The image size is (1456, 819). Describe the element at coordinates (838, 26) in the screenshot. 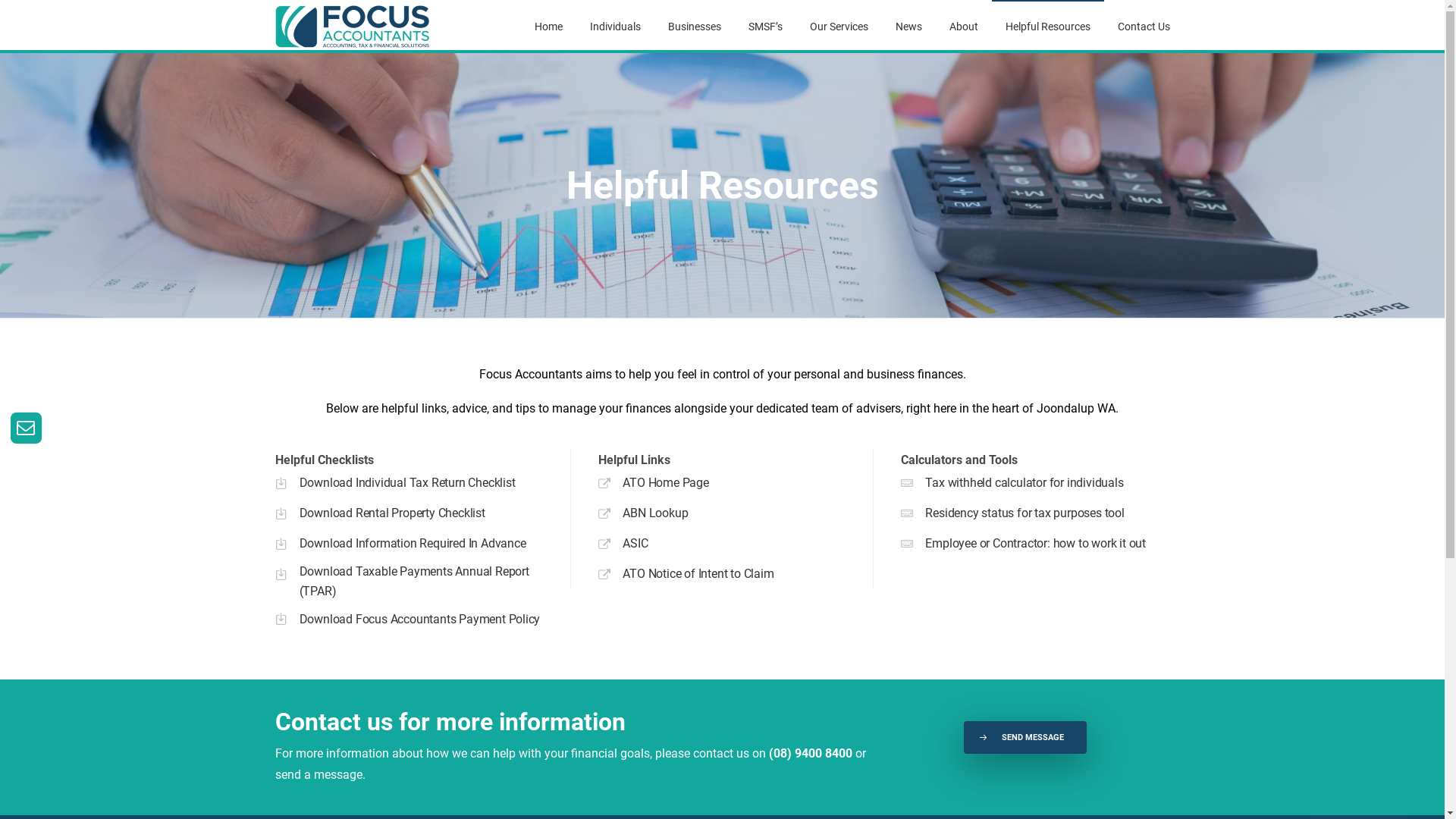

I see `'Our Services'` at that location.